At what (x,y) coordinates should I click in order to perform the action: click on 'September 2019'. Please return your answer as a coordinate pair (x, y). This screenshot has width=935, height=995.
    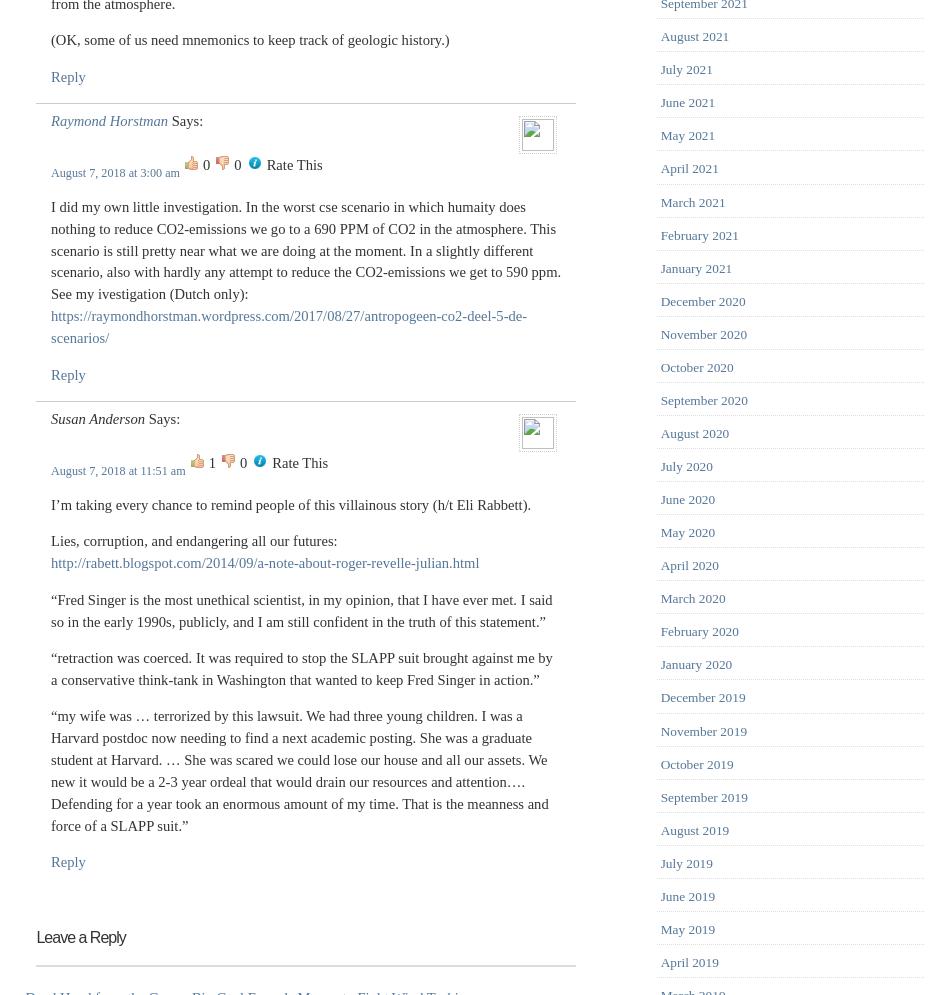
    Looking at the image, I should click on (702, 796).